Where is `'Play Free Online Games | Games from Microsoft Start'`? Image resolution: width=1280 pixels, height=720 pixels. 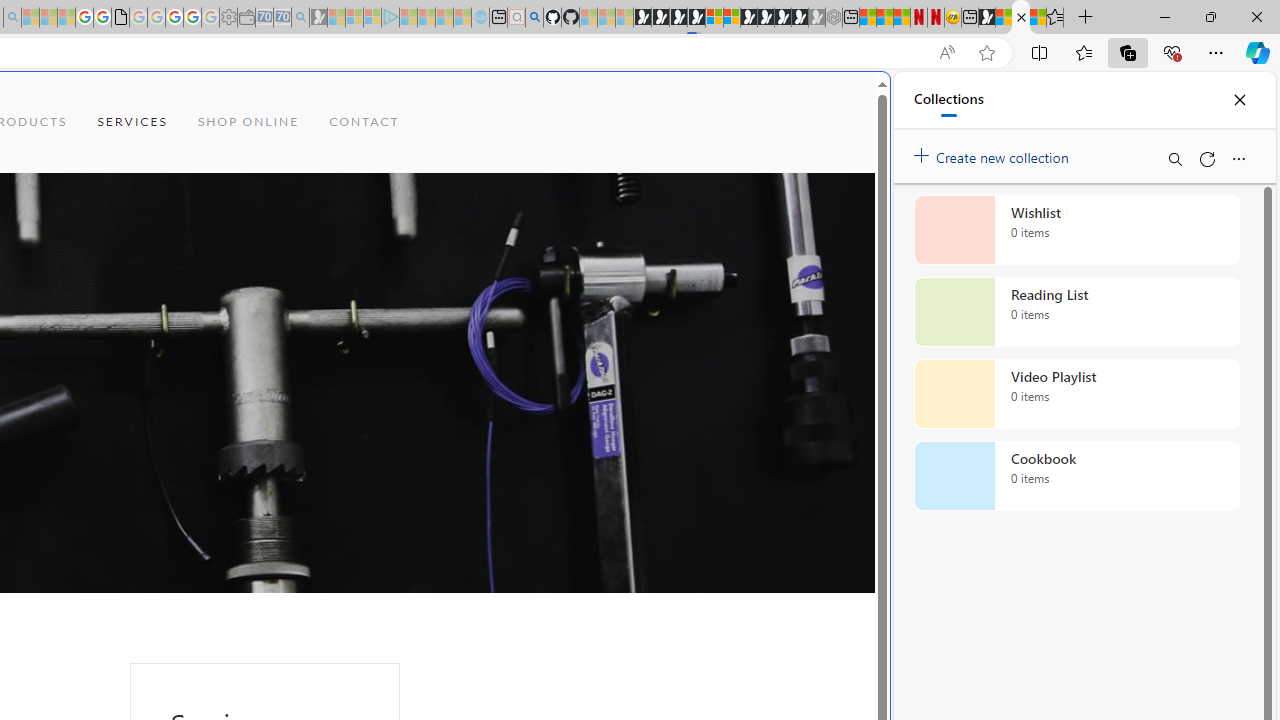 'Play Free Online Games | Games from Microsoft Start' is located at coordinates (642, 17).